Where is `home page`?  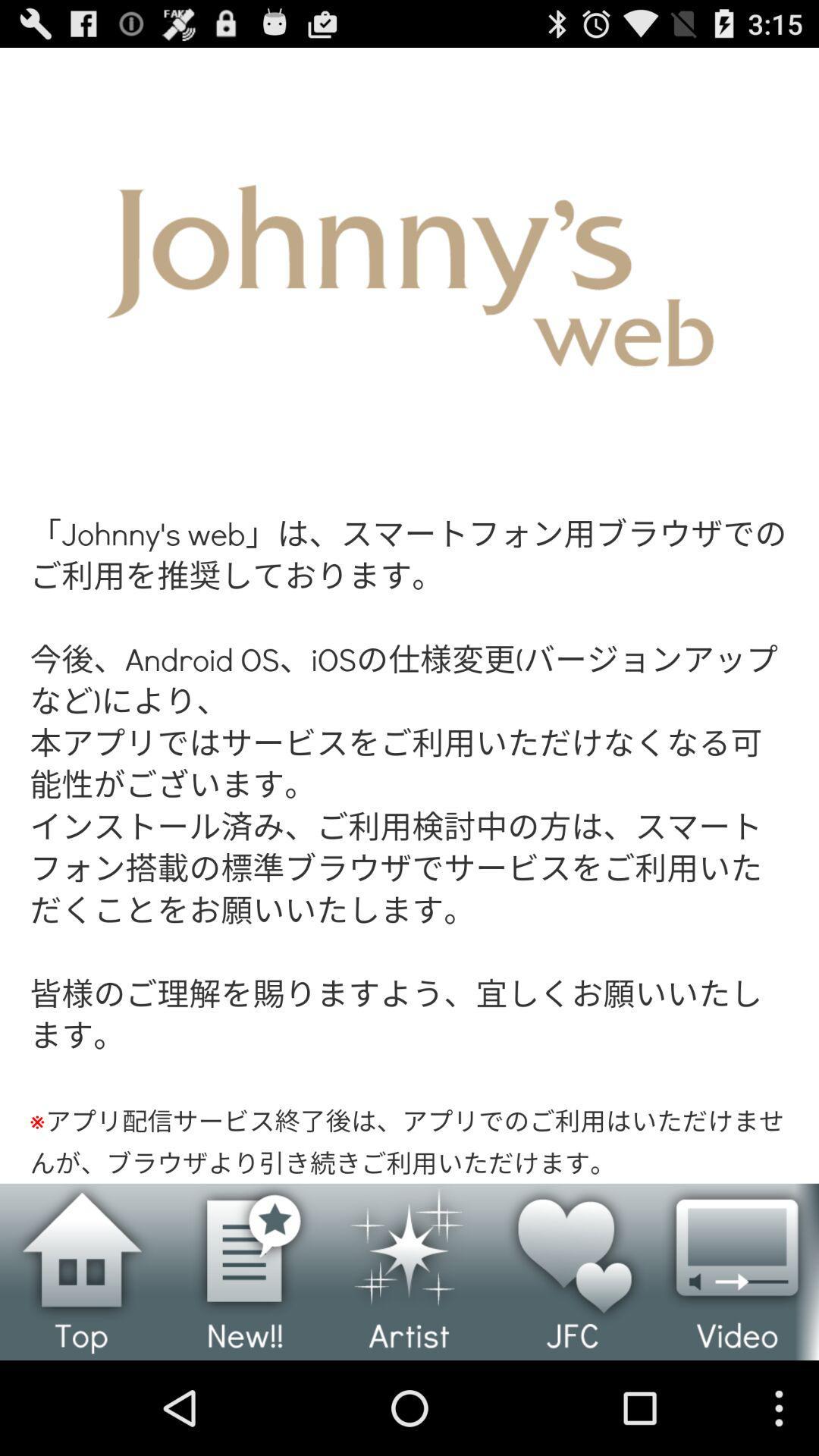
home page is located at coordinates (82, 1272).